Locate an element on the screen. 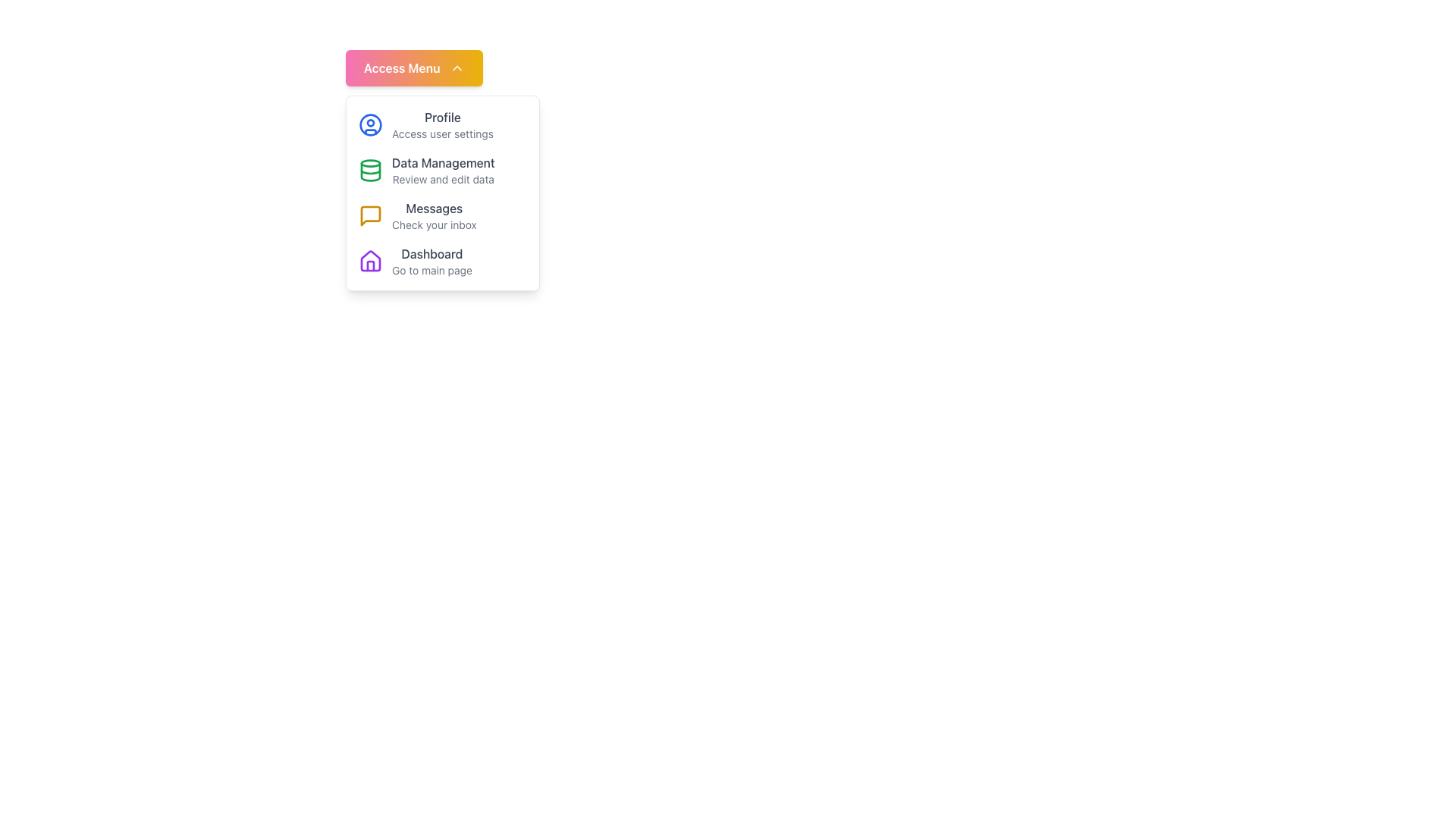 This screenshot has height=819, width=1456. the navigational link labeled 'Dashboard' in the 'Access Menu' dropdown is located at coordinates (442, 260).